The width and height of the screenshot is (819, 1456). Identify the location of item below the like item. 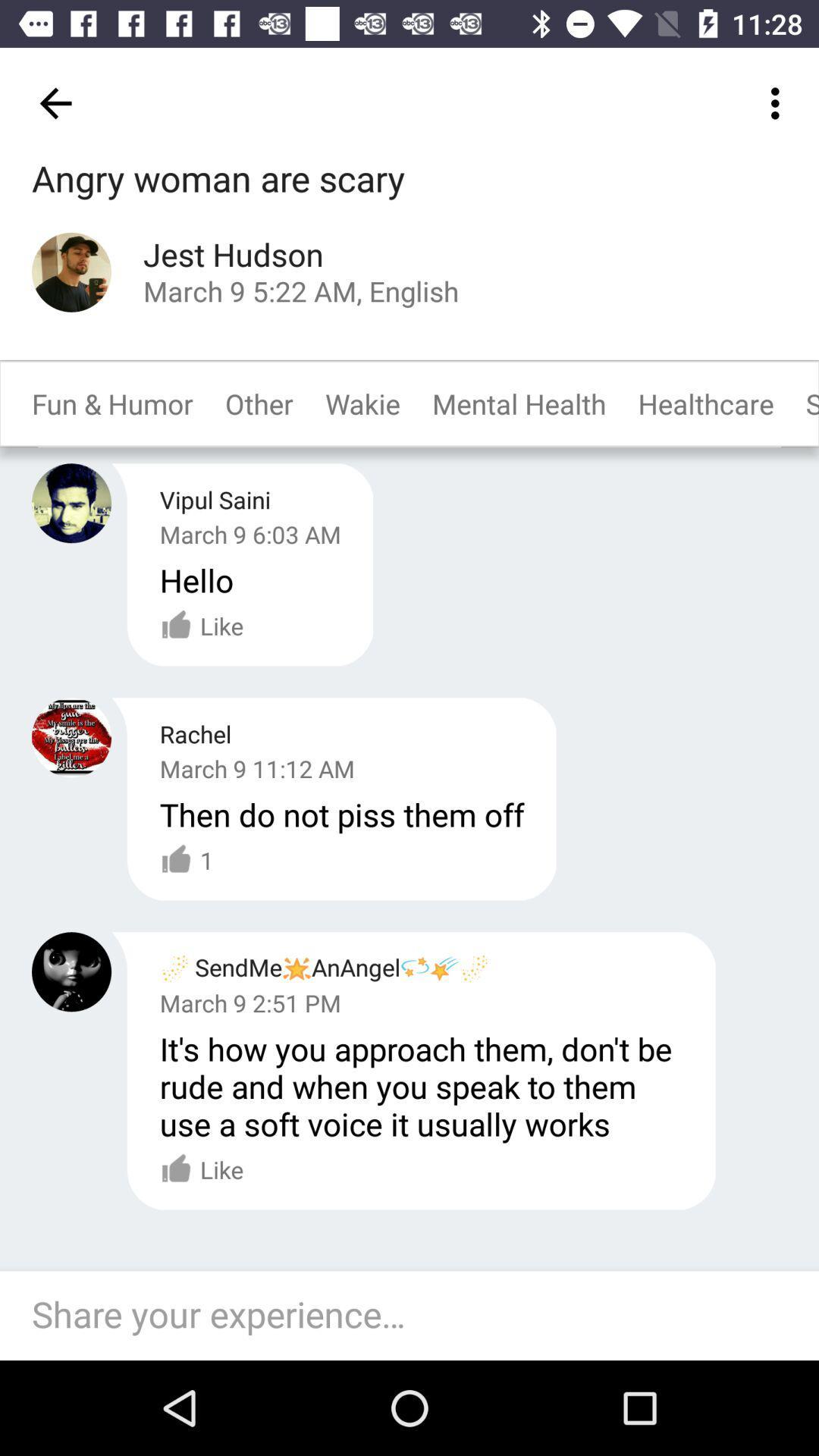
(417, 1315).